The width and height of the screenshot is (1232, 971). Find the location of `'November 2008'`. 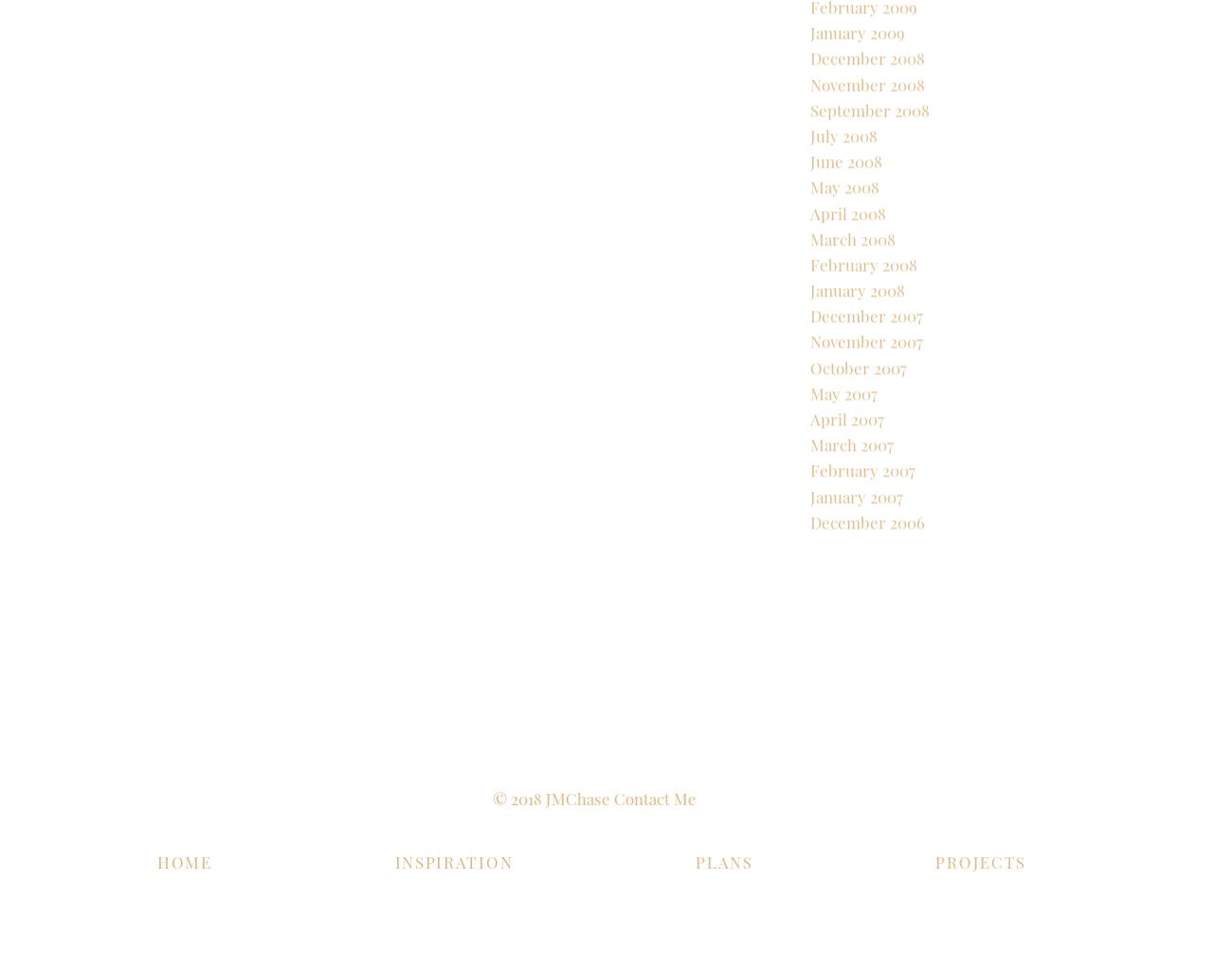

'November 2008' is located at coordinates (810, 148).